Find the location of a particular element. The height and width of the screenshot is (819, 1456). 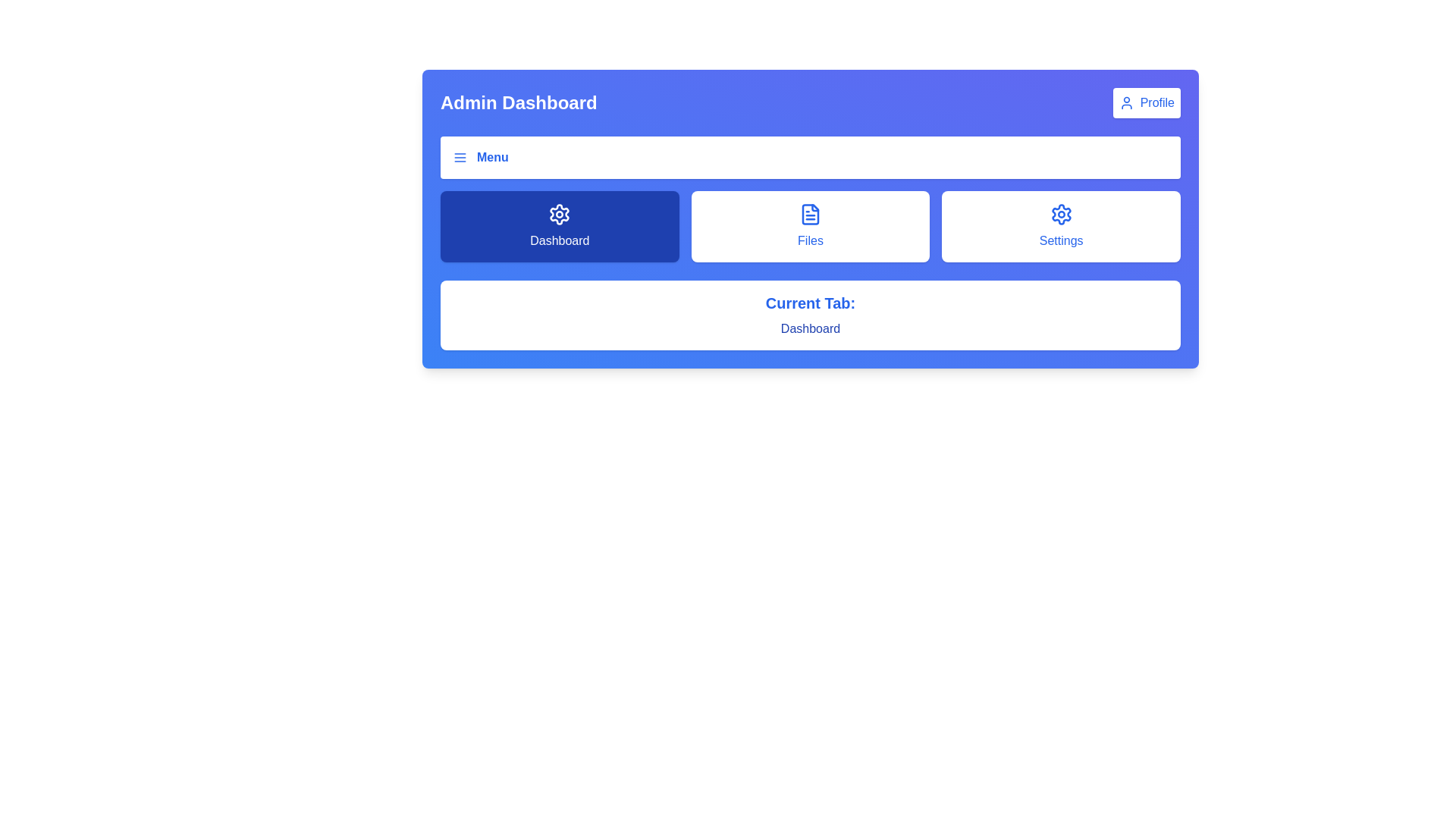

the navigation button with an icon and text located at the top-right corner of the interface, next to the 'Admin Dashboard' title is located at coordinates (1147, 102).